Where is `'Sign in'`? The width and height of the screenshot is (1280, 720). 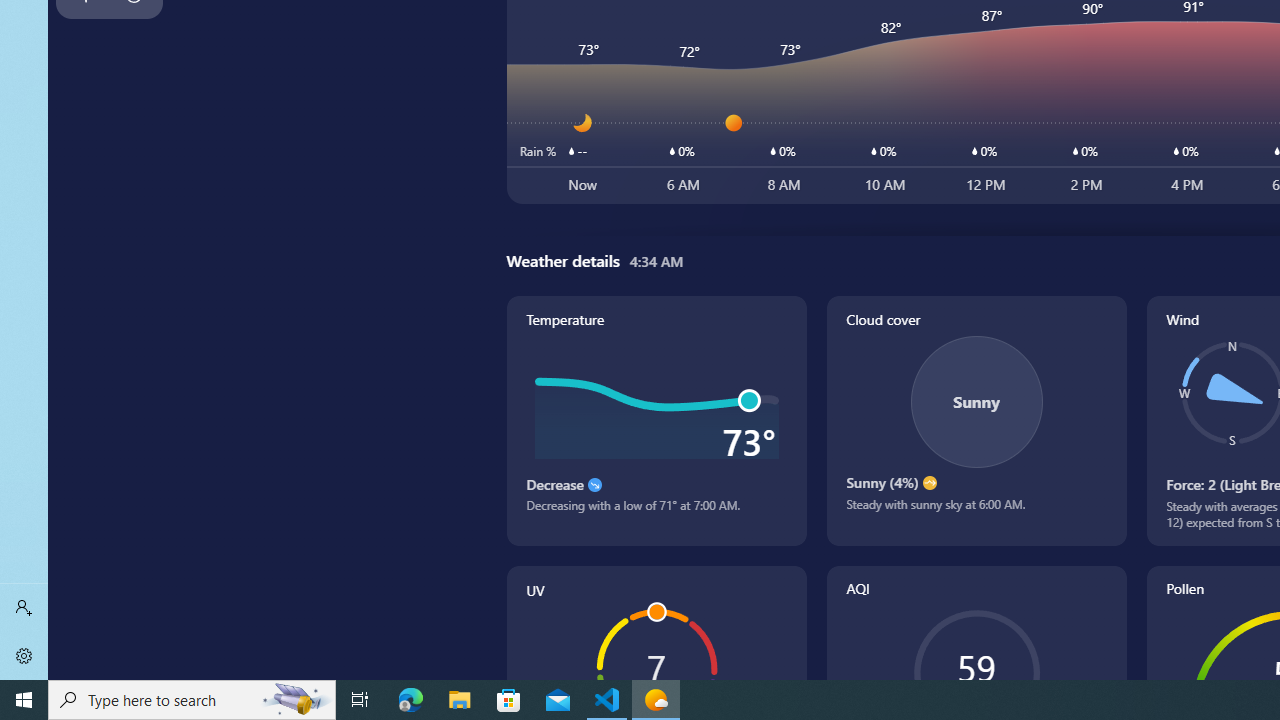 'Sign in' is located at coordinates (24, 607).